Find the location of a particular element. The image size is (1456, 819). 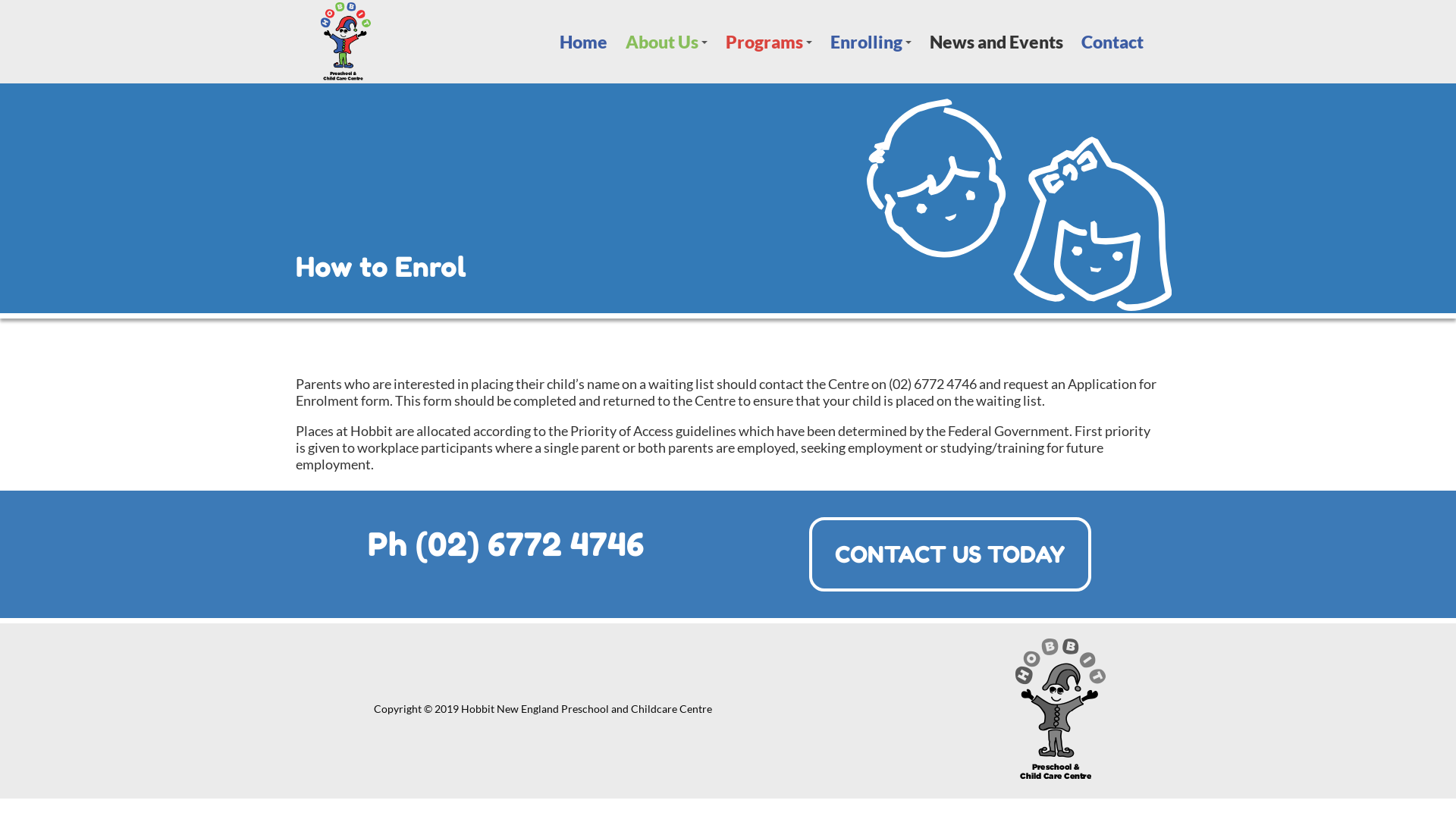

'News and Events' is located at coordinates (996, 41).